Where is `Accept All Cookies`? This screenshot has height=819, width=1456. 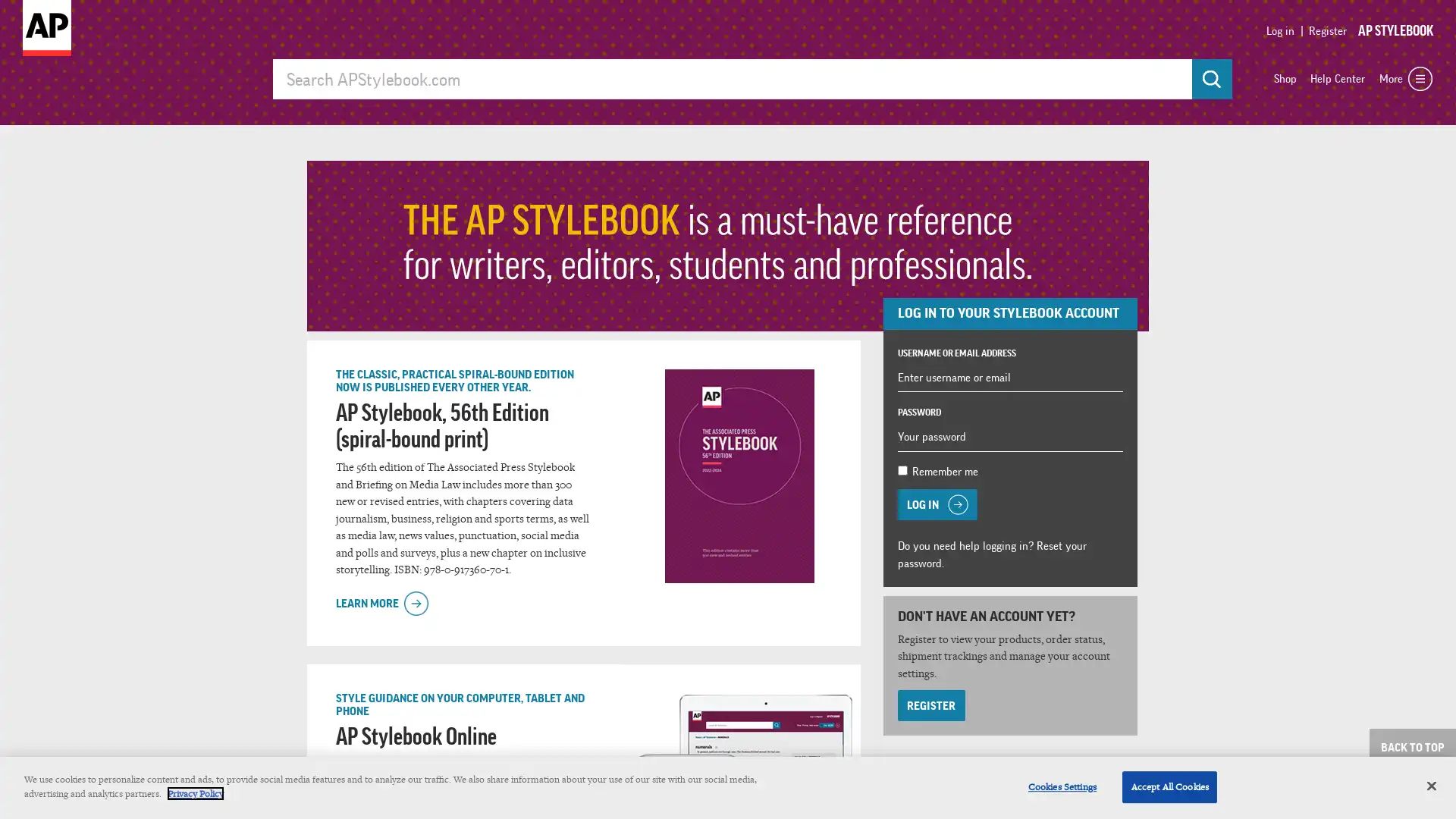
Accept All Cookies is located at coordinates (1169, 786).